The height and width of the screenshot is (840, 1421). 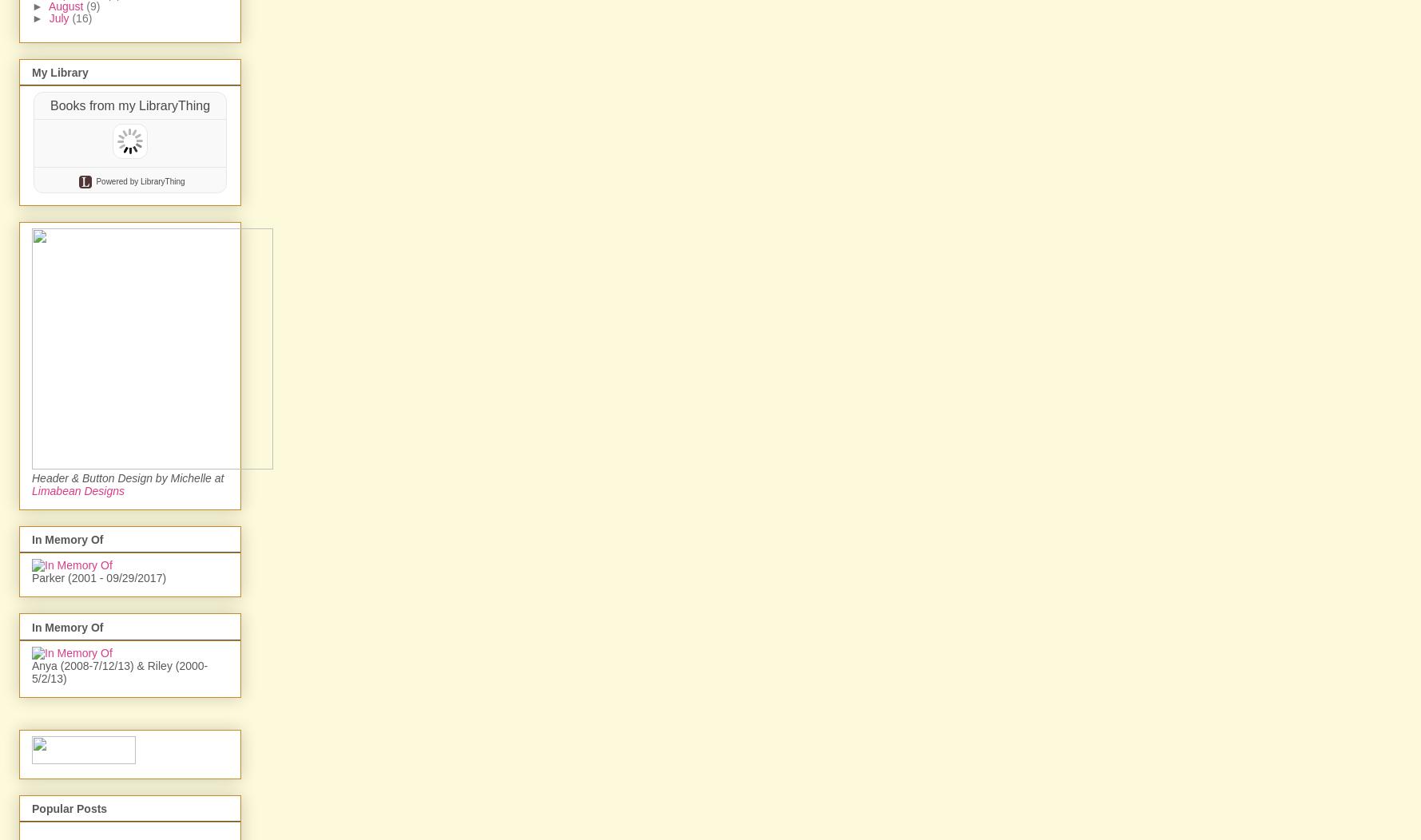 I want to click on 'July', so click(x=59, y=17).